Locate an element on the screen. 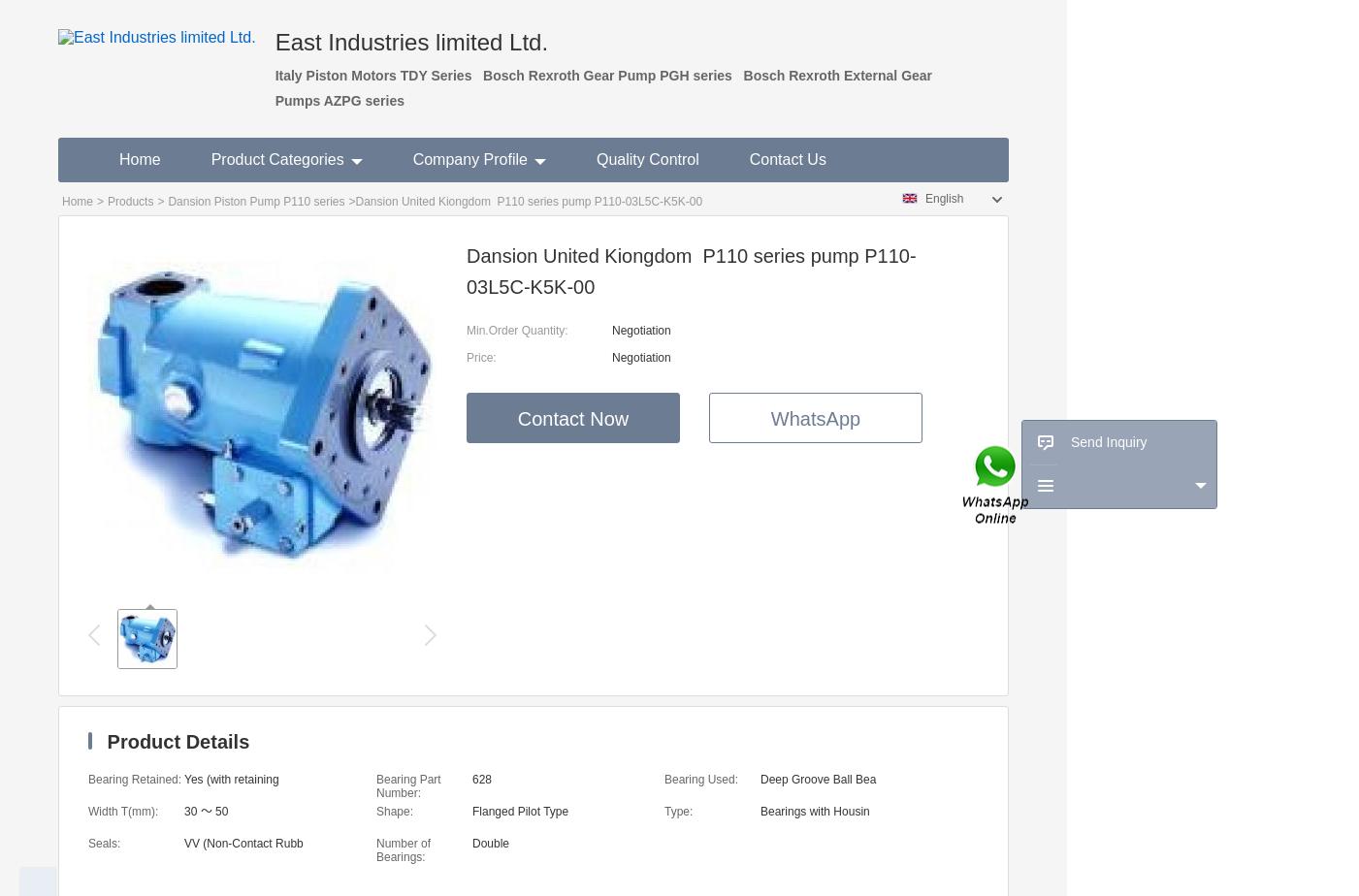 The image size is (1359, 896). 'Browse by Category' is located at coordinates (1084, 528).